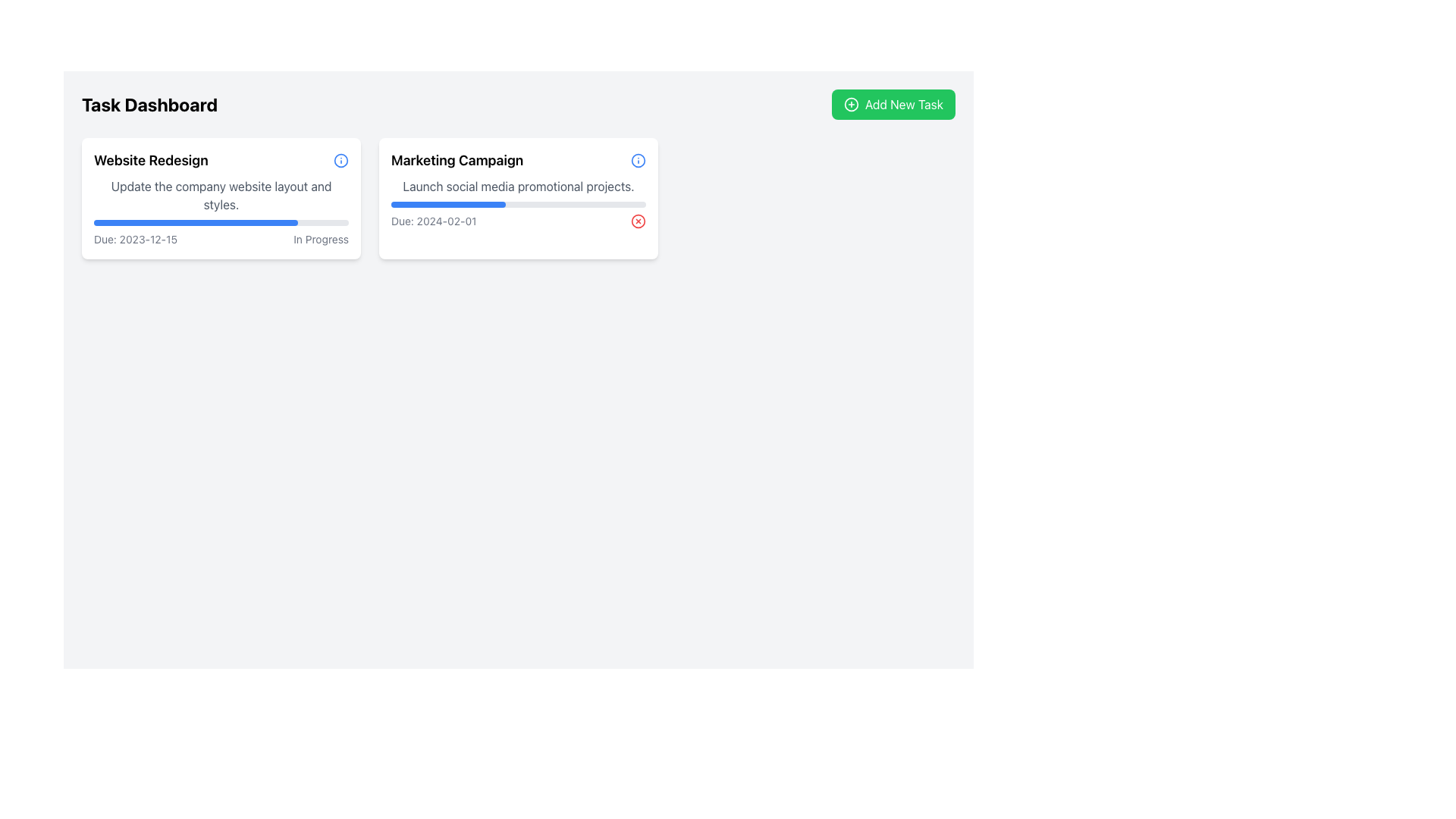 This screenshot has height=819, width=1456. I want to click on text from the Text Label displaying 'Task Dashboard' located at the top-left area of the interface, so click(149, 104).